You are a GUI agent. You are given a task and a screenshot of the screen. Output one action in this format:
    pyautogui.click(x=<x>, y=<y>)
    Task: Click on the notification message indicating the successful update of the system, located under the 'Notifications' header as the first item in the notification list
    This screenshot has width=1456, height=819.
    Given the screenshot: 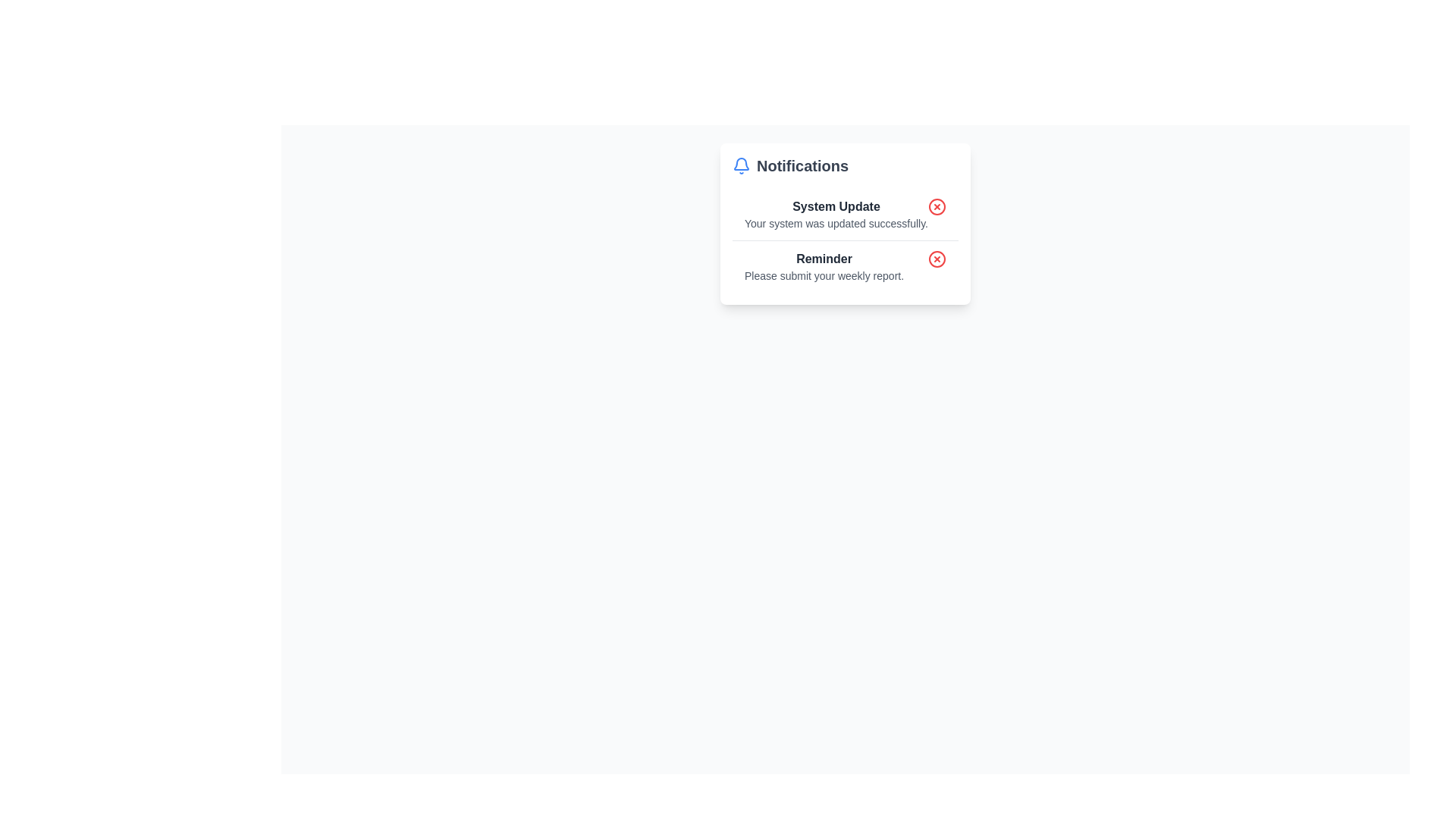 What is the action you would take?
    pyautogui.click(x=836, y=214)
    